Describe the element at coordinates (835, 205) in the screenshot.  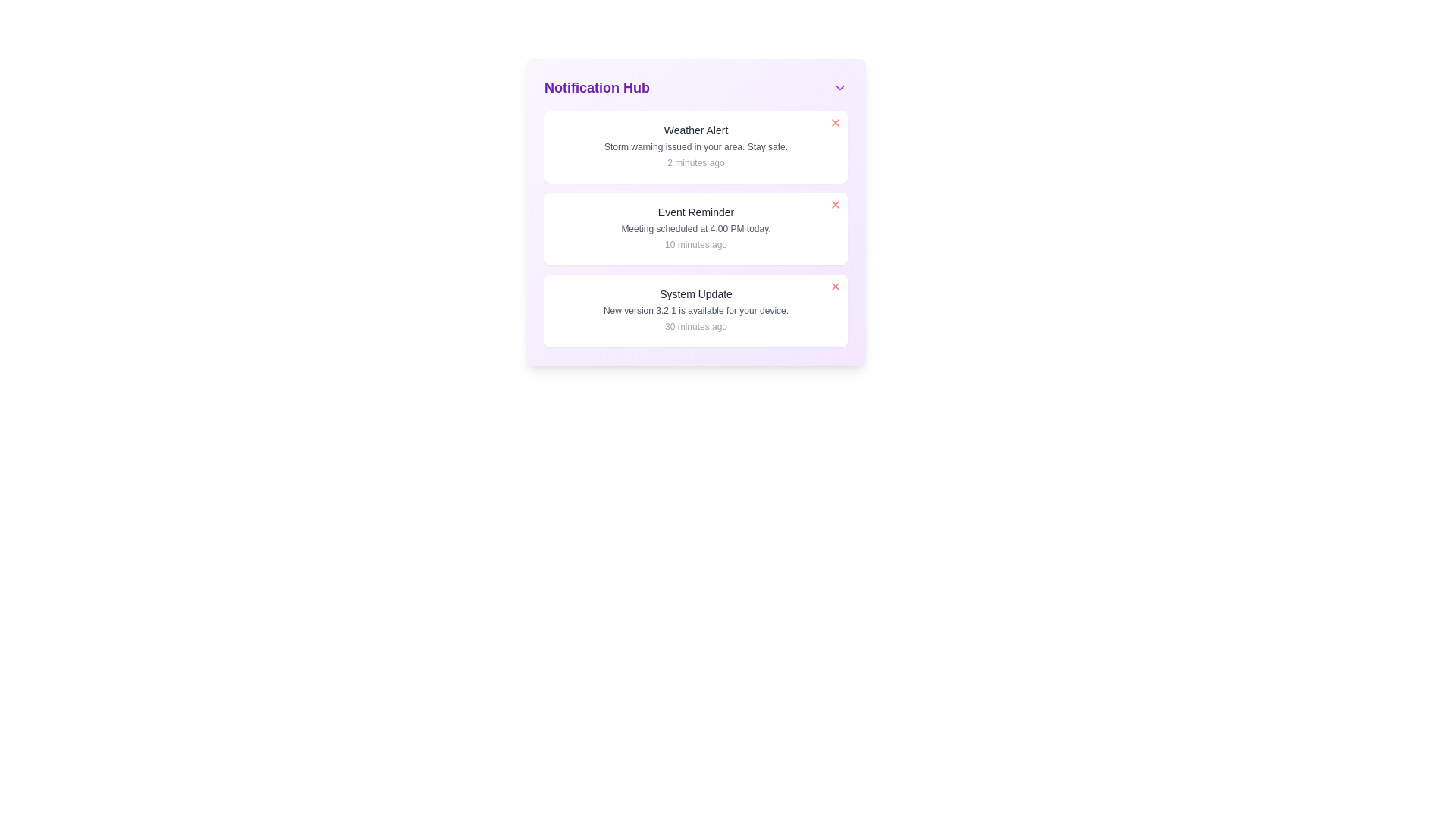
I see `the dismiss button located at the top-right corner of the 'Event Reminder' card to change its color to red` at that location.